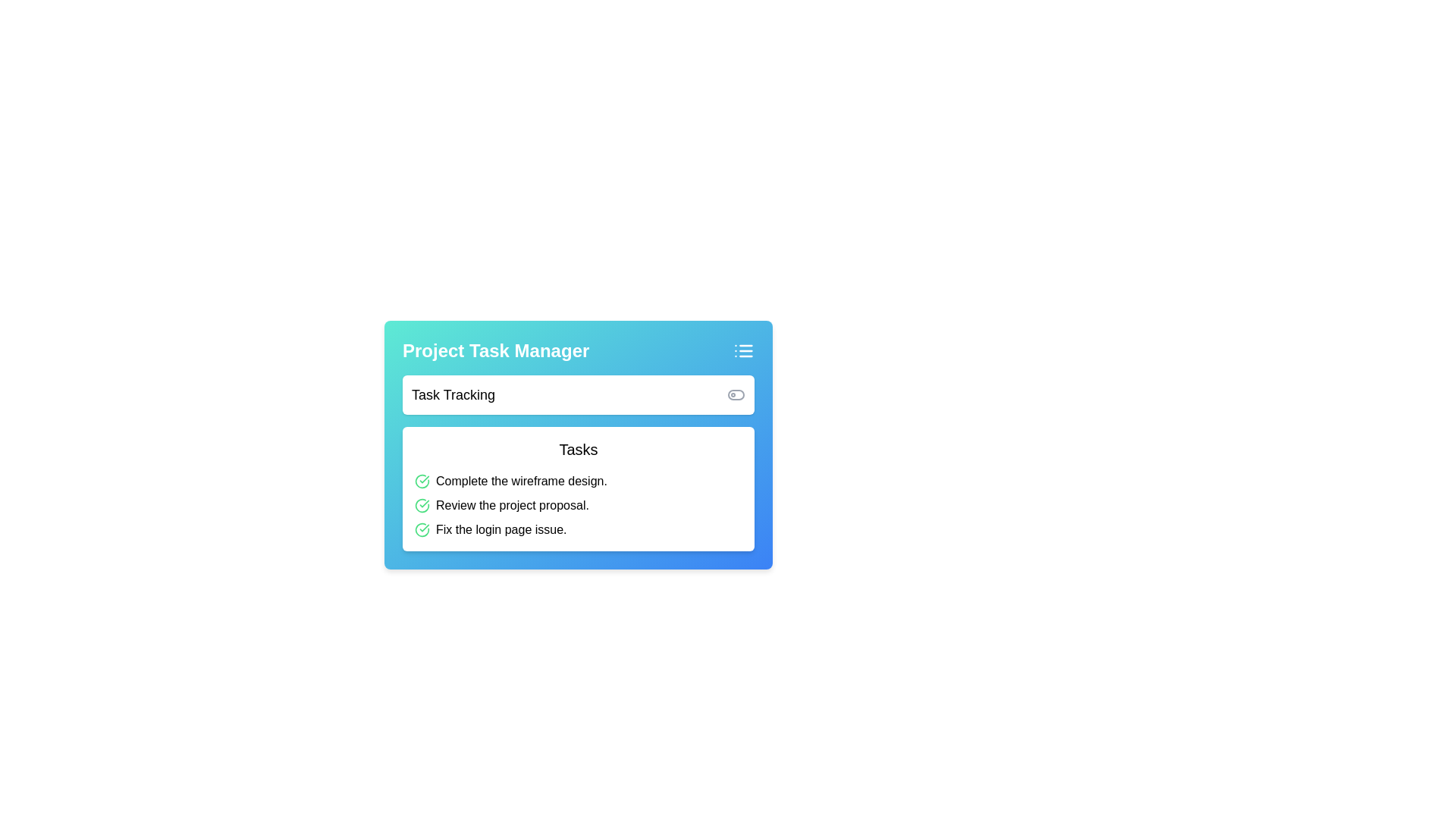 This screenshot has width=1456, height=819. I want to click on the text label displaying 'Complete the wireframe design.' which is the first task in the list, located in a light white background area, so click(521, 482).